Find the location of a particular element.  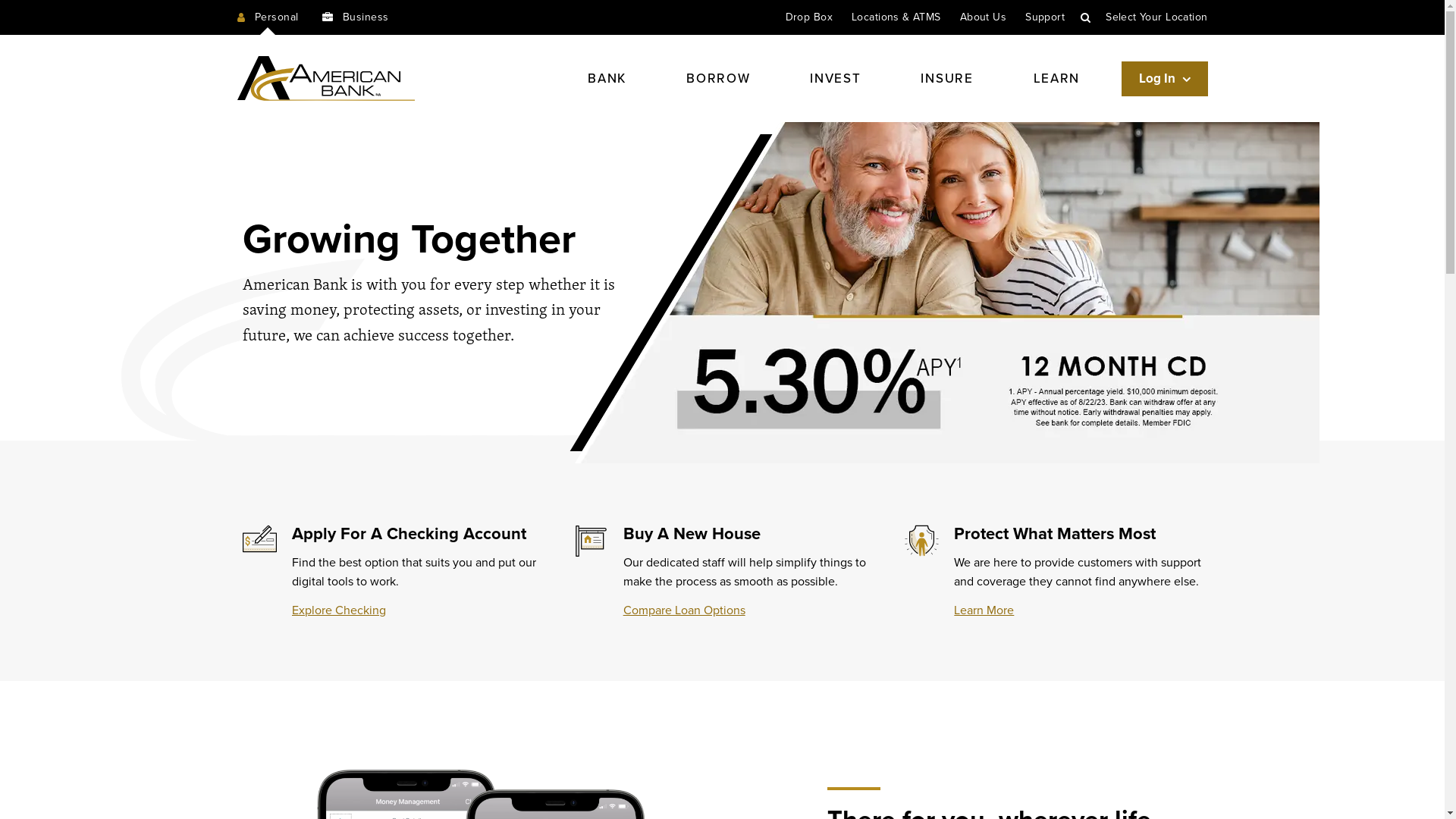

'Drop Box' is located at coordinates (808, 17).